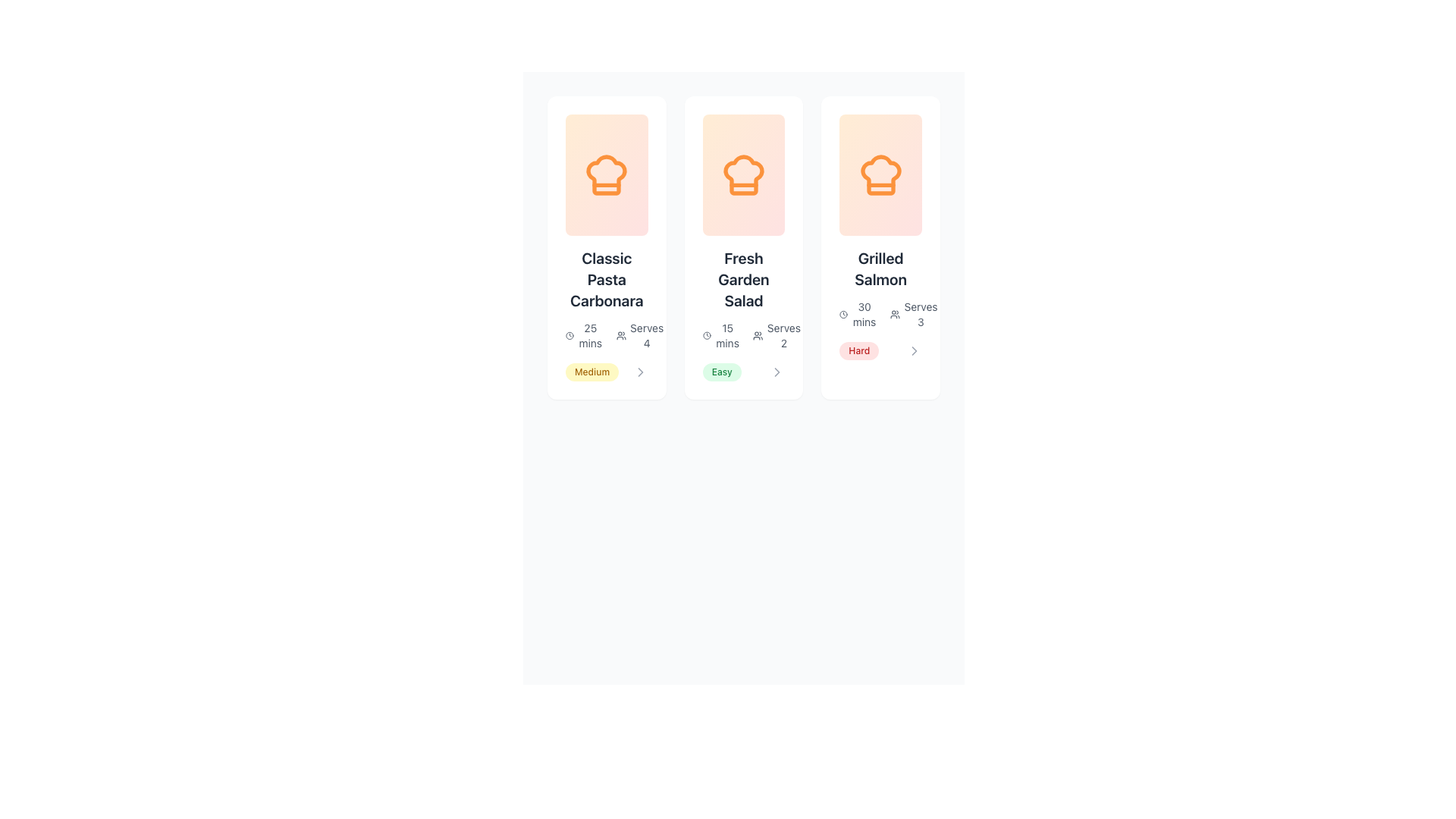 The width and height of the screenshot is (1456, 819). What do you see at coordinates (880, 268) in the screenshot?
I see `the Text label that identifies the recipe 'Grilled Salmon', located in the upper-mid section of the third card below an orange chef's hat icon` at bounding box center [880, 268].